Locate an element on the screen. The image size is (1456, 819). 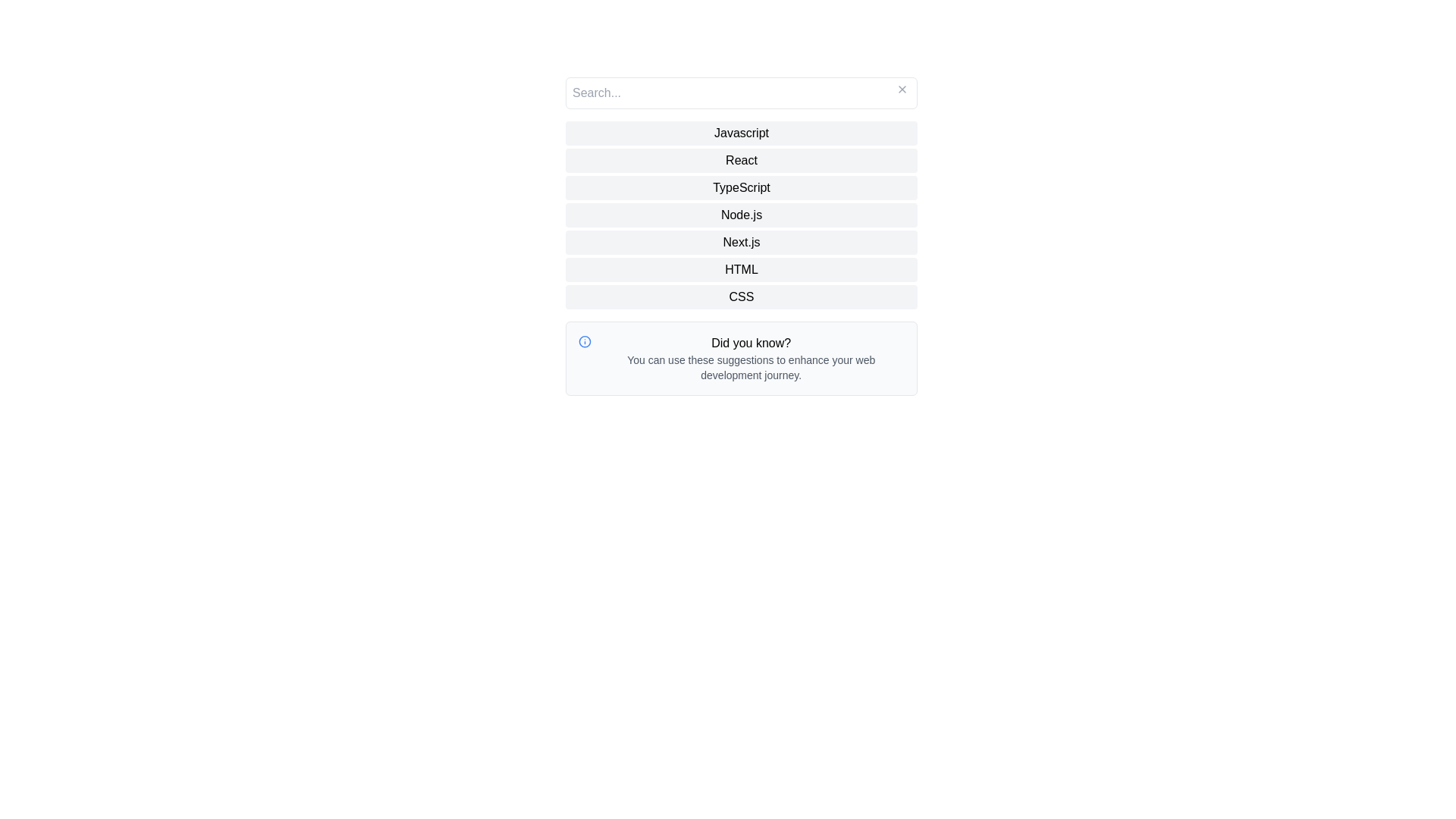
the 'Node.js' selectable list item, which is the fourth item in a vertical list of seven, positioned centrally with a light gray background and rounded corners is located at coordinates (742, 215).